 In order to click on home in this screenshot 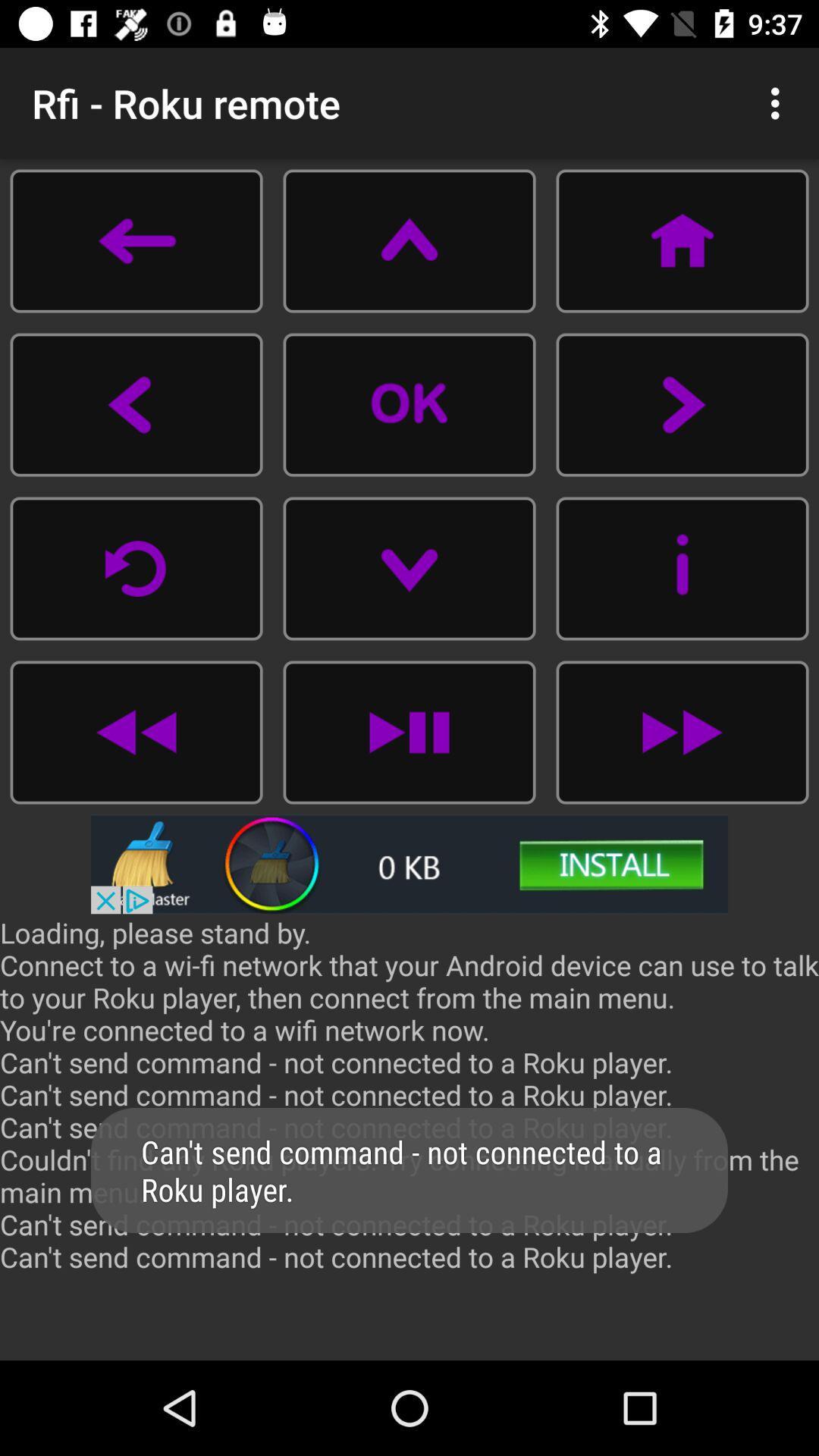, I will do `click(681, 240)`.